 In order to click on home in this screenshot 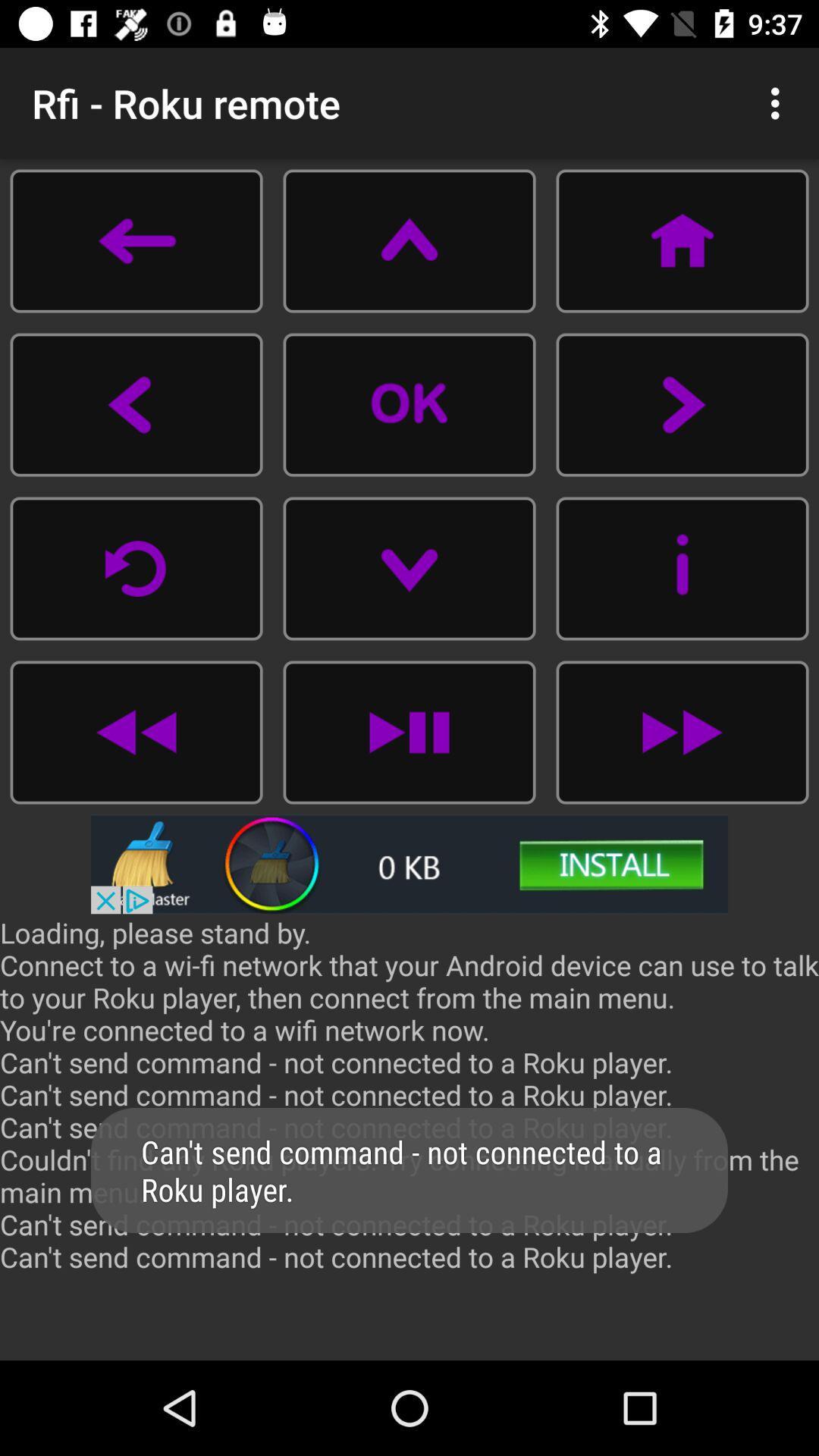, I will do `click(681, 240)`.